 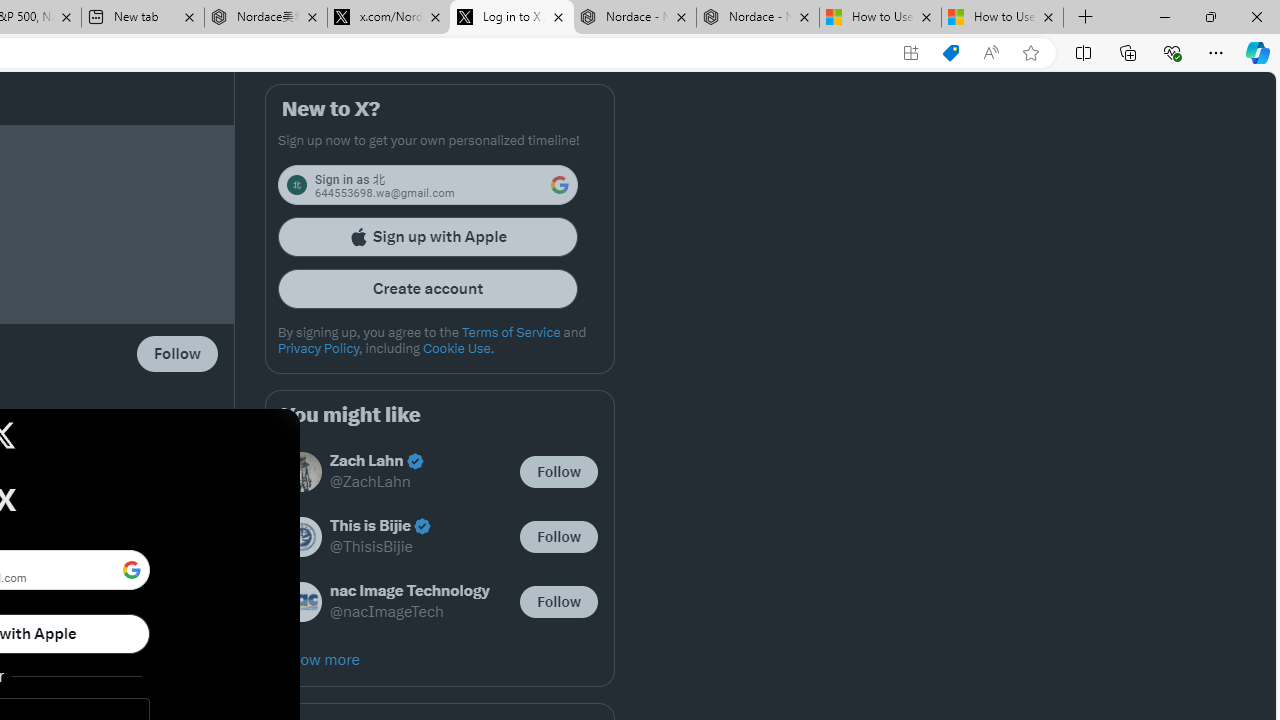 What do you see at coordinates (909, 52) in the screenshot?
I see `'App available. Install X'` at bounding box center [909, 52].